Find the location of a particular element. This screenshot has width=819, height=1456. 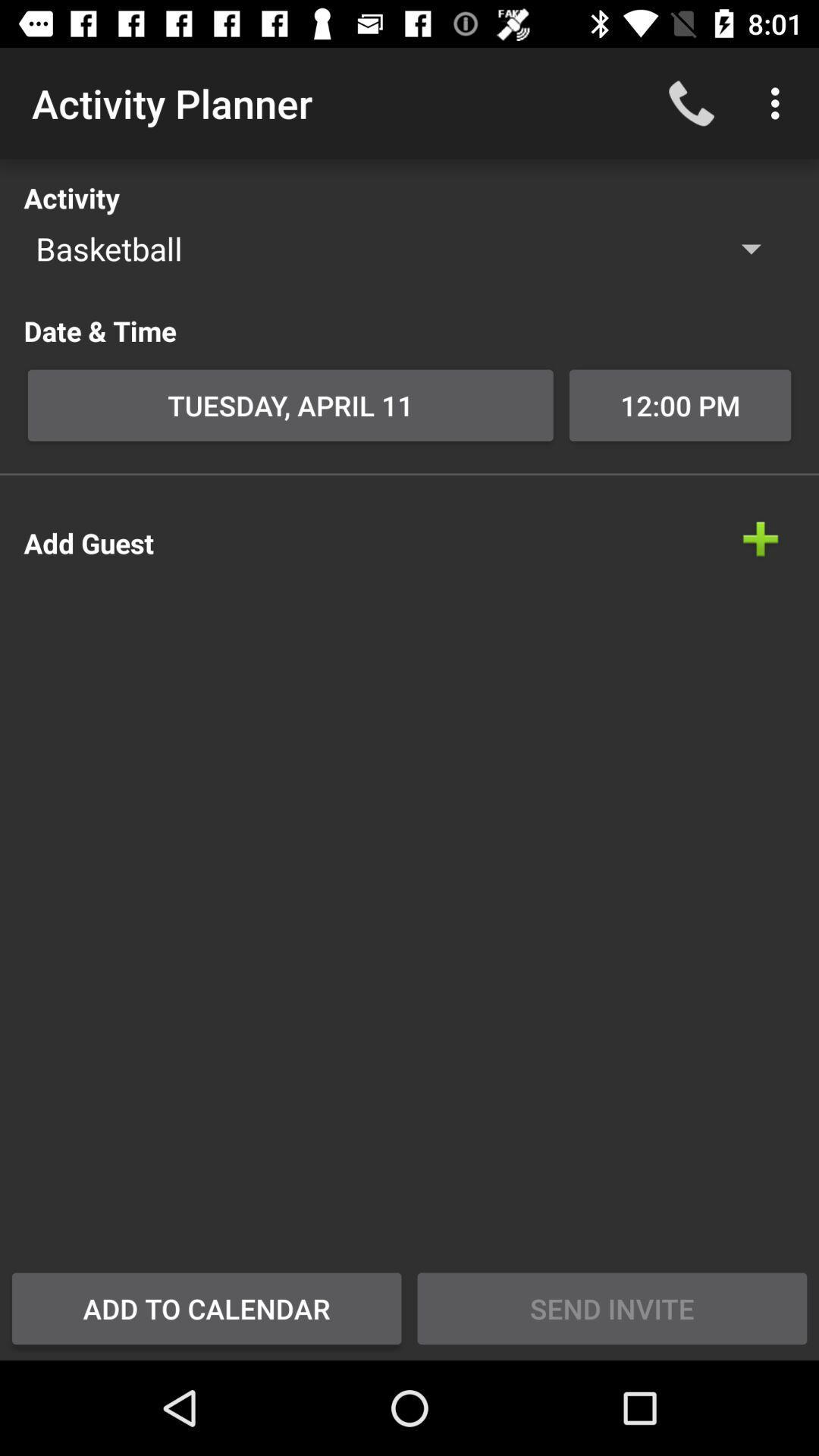

the icon to the left of the 12:00 pm is located at coordinates (290, 405).